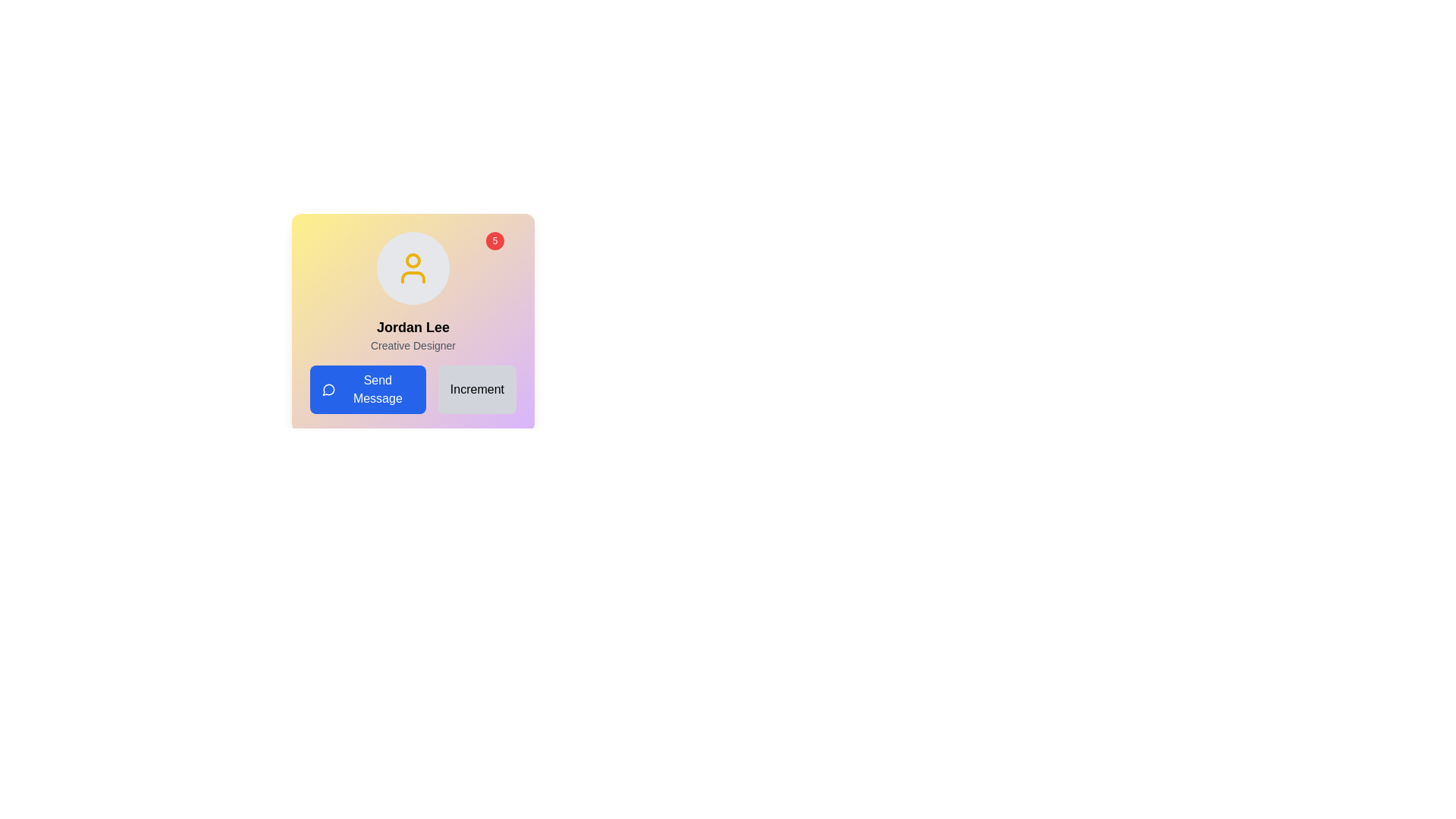 The image size is (1456, 819). What do you see at coordinates (413, 345) in the screenshot?
I see `the text label that serves as a subtitle descriptor for the profile, located directly below the bold text 'Jordan Lee'` at bounding box center [413, 345].